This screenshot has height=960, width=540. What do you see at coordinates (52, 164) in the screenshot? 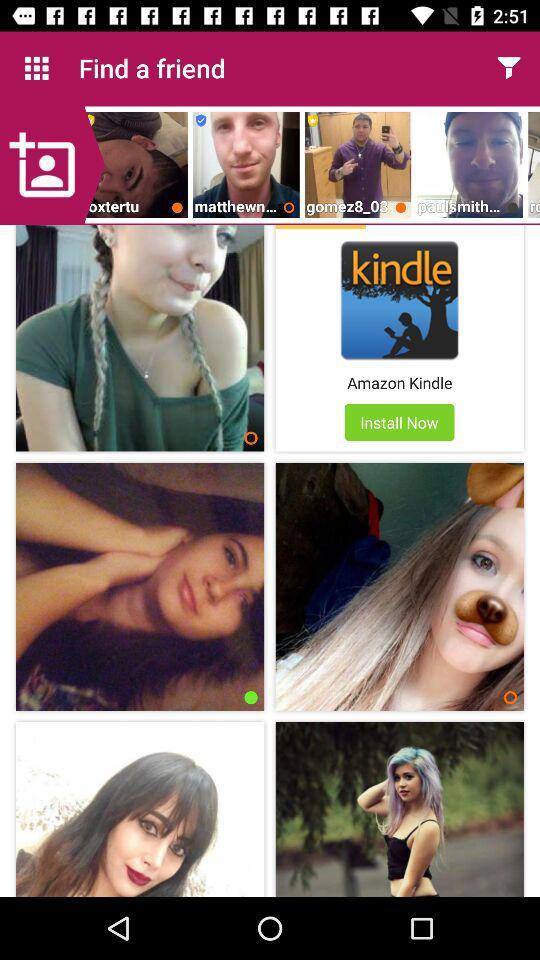
I see `the follow icon` at bounding box center [52, 164].